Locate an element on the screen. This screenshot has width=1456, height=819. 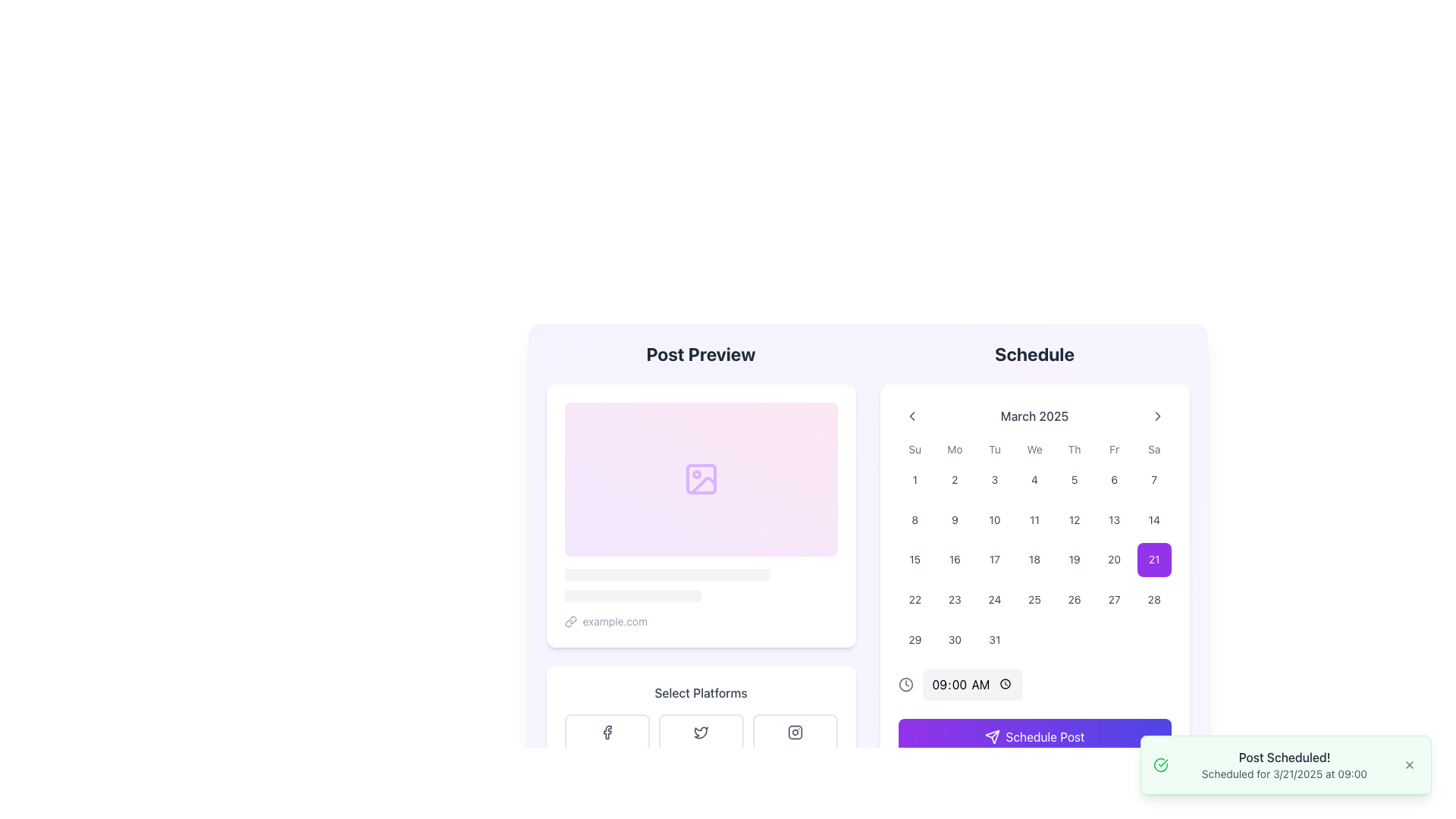
the calendar button for the date '12' in the grid layout of March 2025 is located at coordinates (1074, 519).